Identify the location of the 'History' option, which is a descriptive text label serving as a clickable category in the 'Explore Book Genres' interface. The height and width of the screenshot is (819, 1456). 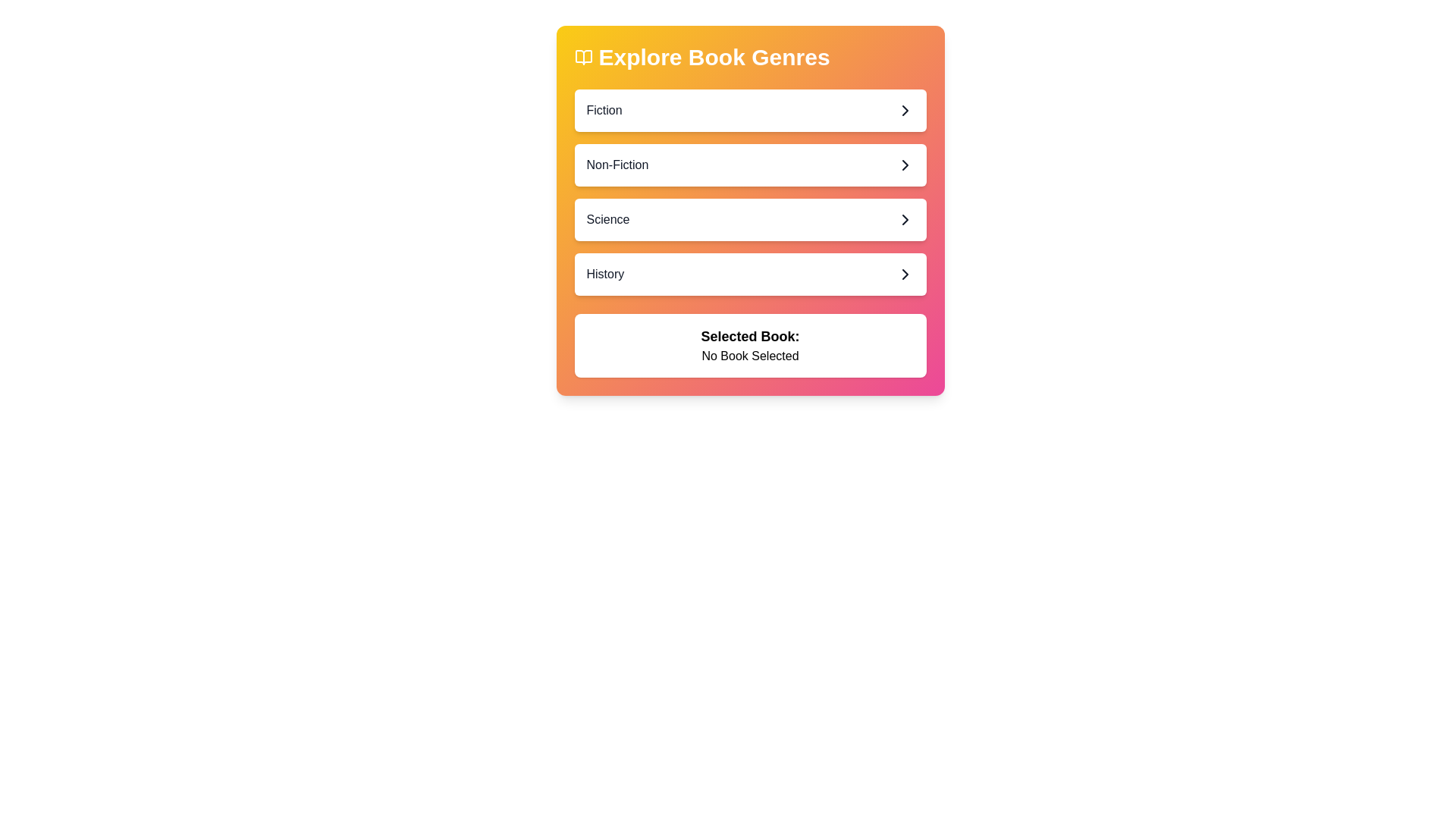
(604, 275).